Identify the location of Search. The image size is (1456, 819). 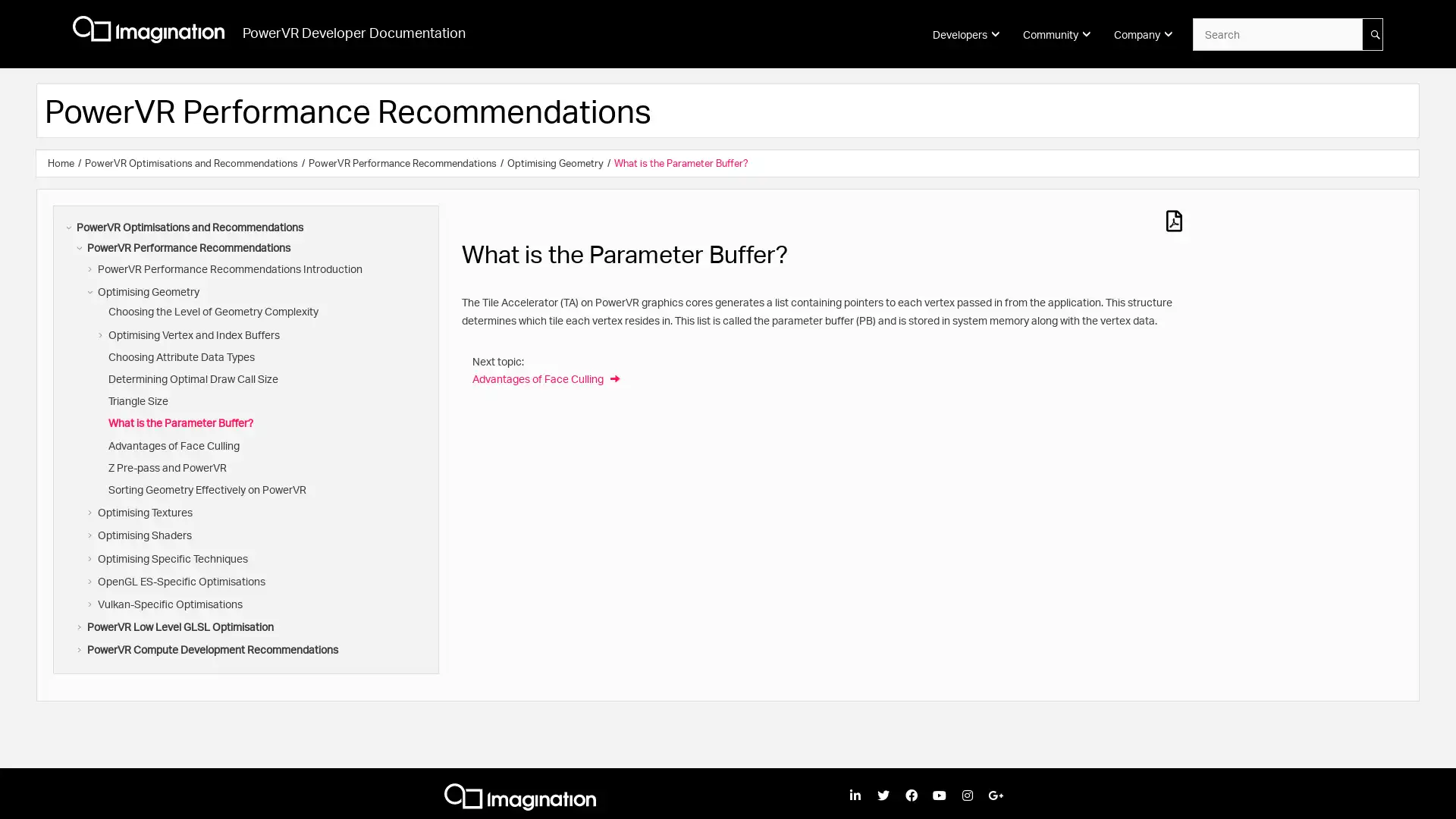
(1372, 33).